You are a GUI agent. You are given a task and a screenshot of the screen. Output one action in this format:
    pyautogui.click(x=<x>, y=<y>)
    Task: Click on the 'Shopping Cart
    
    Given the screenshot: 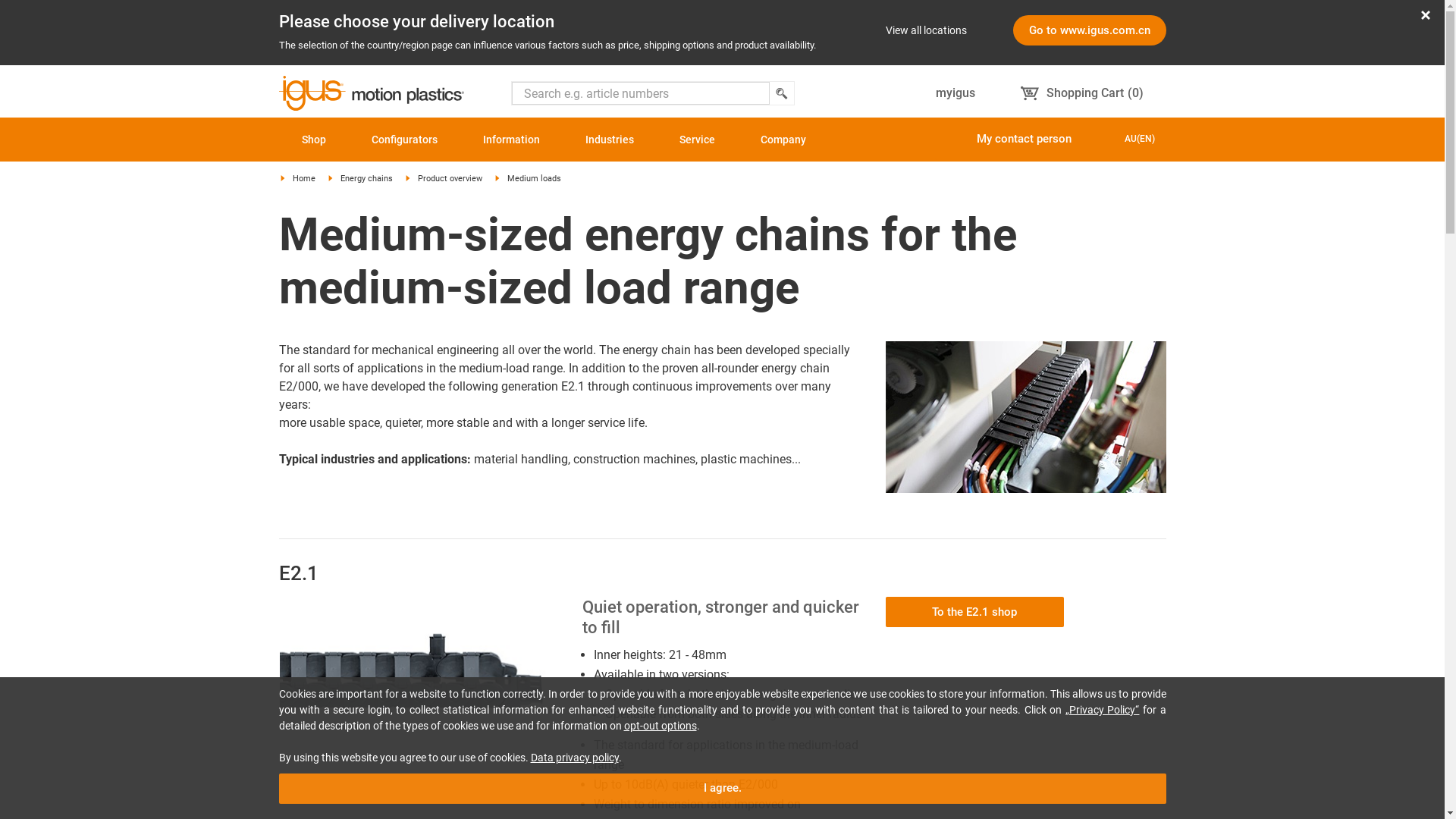 What is the action you would take?
    pyautogui.click(x=1081, y=93)
    